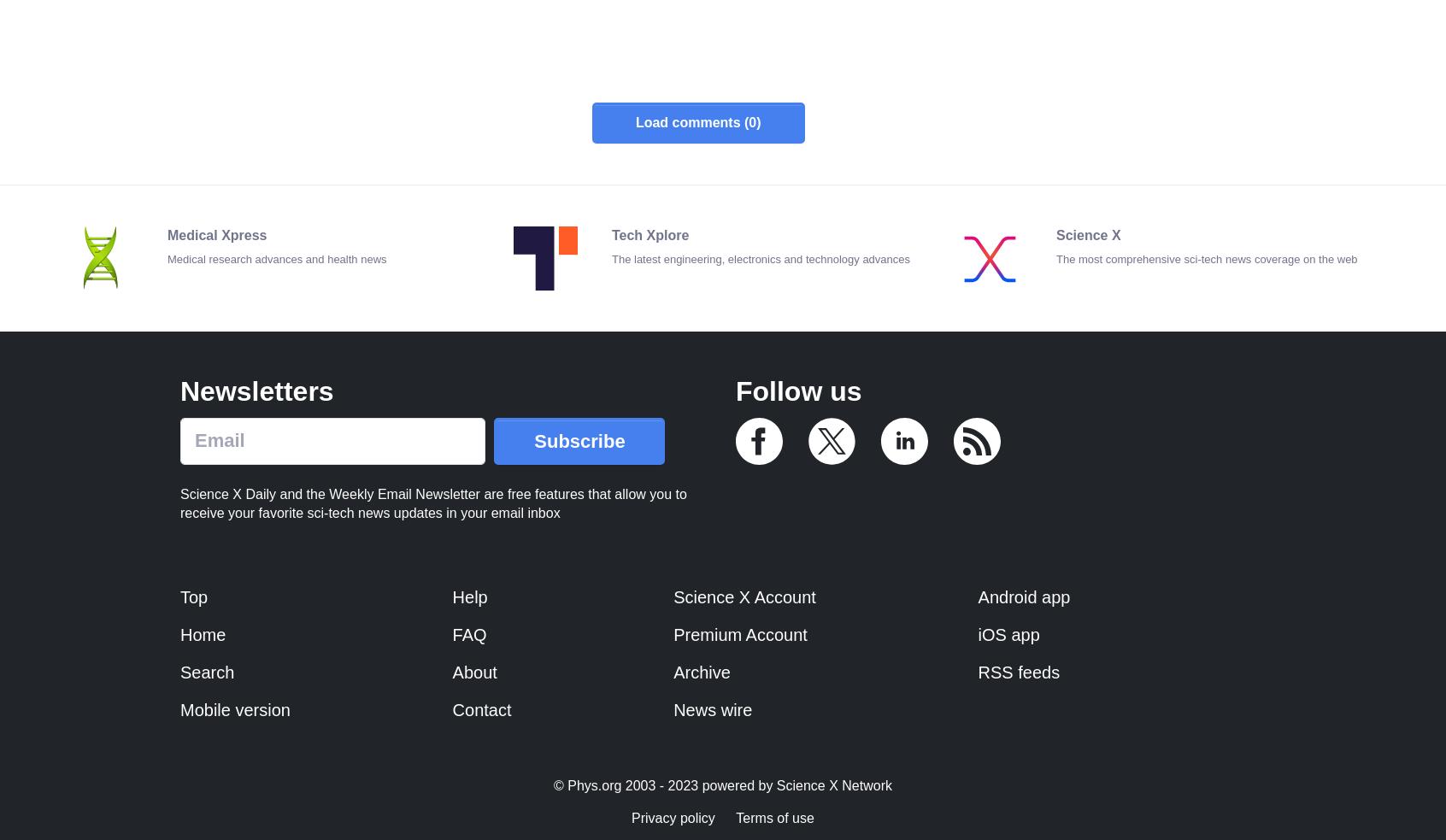  I want to click on 'Science X Account', so click(673, 596).